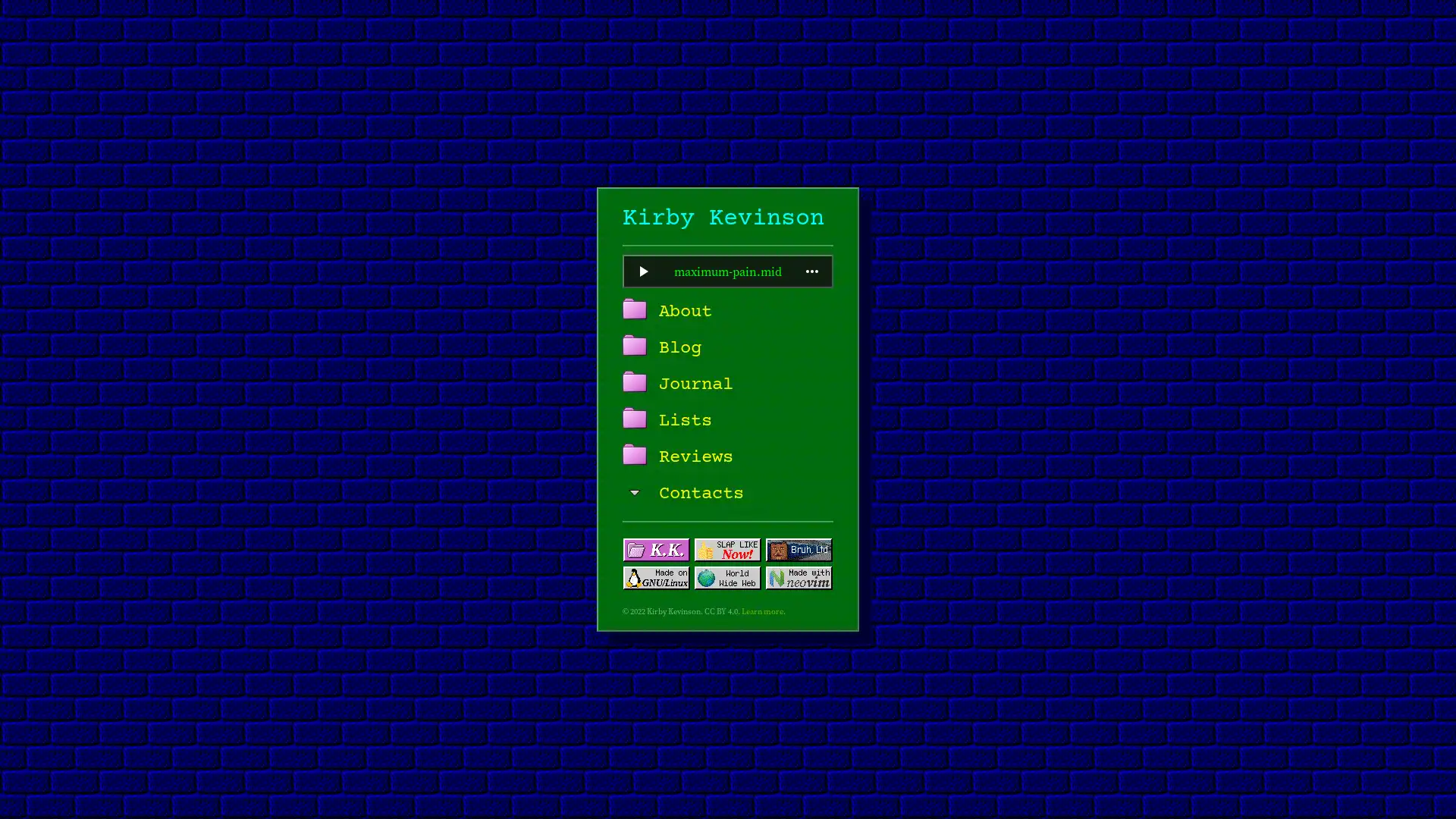  What do you see at coordinates (811, 271) in the screenshot?
I see `Show more` at bounding box center [811, 271].